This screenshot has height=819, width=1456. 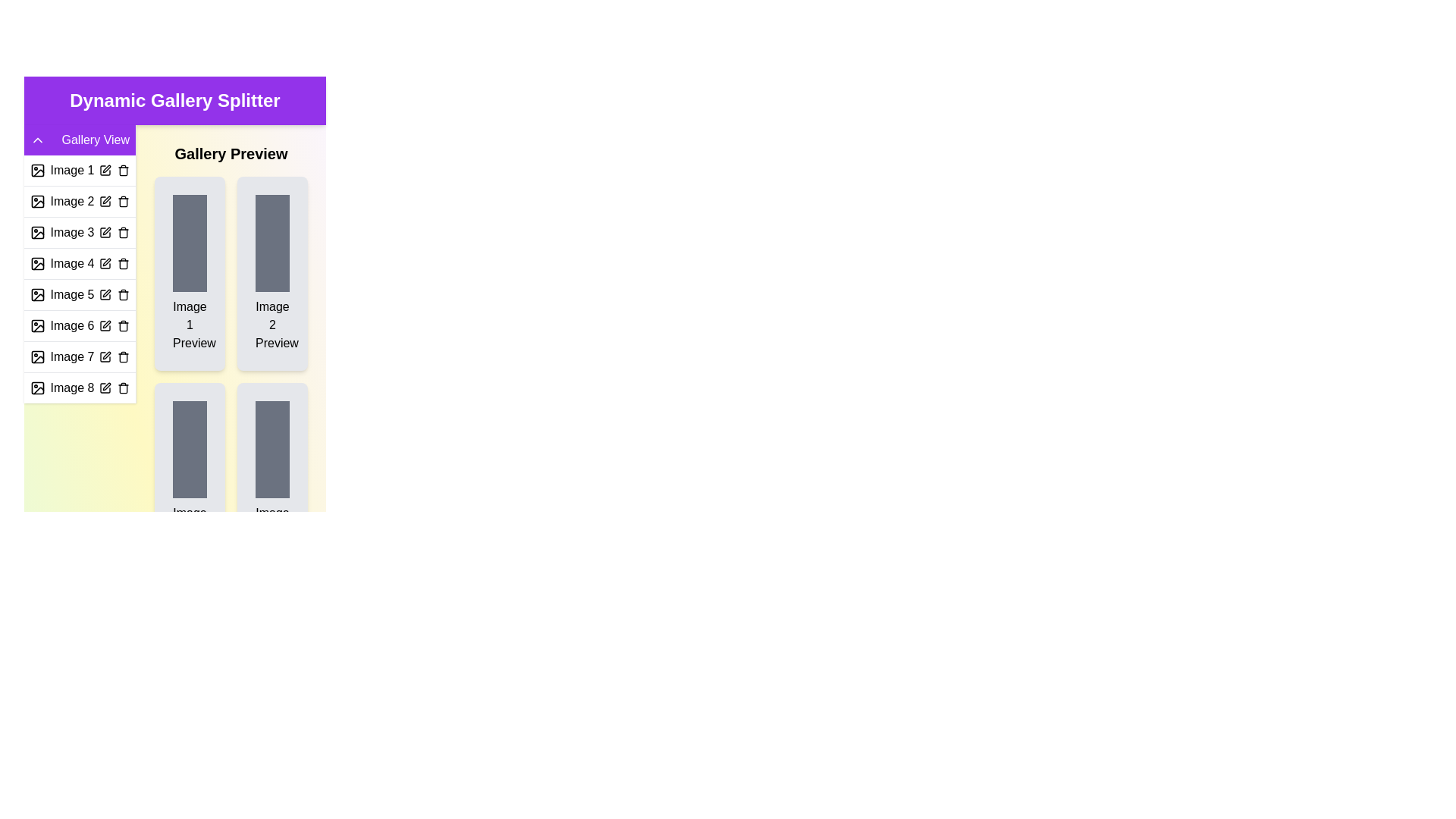 I want to click on the editing tool icon button for 'Image 3', so click(x=105, y=233).